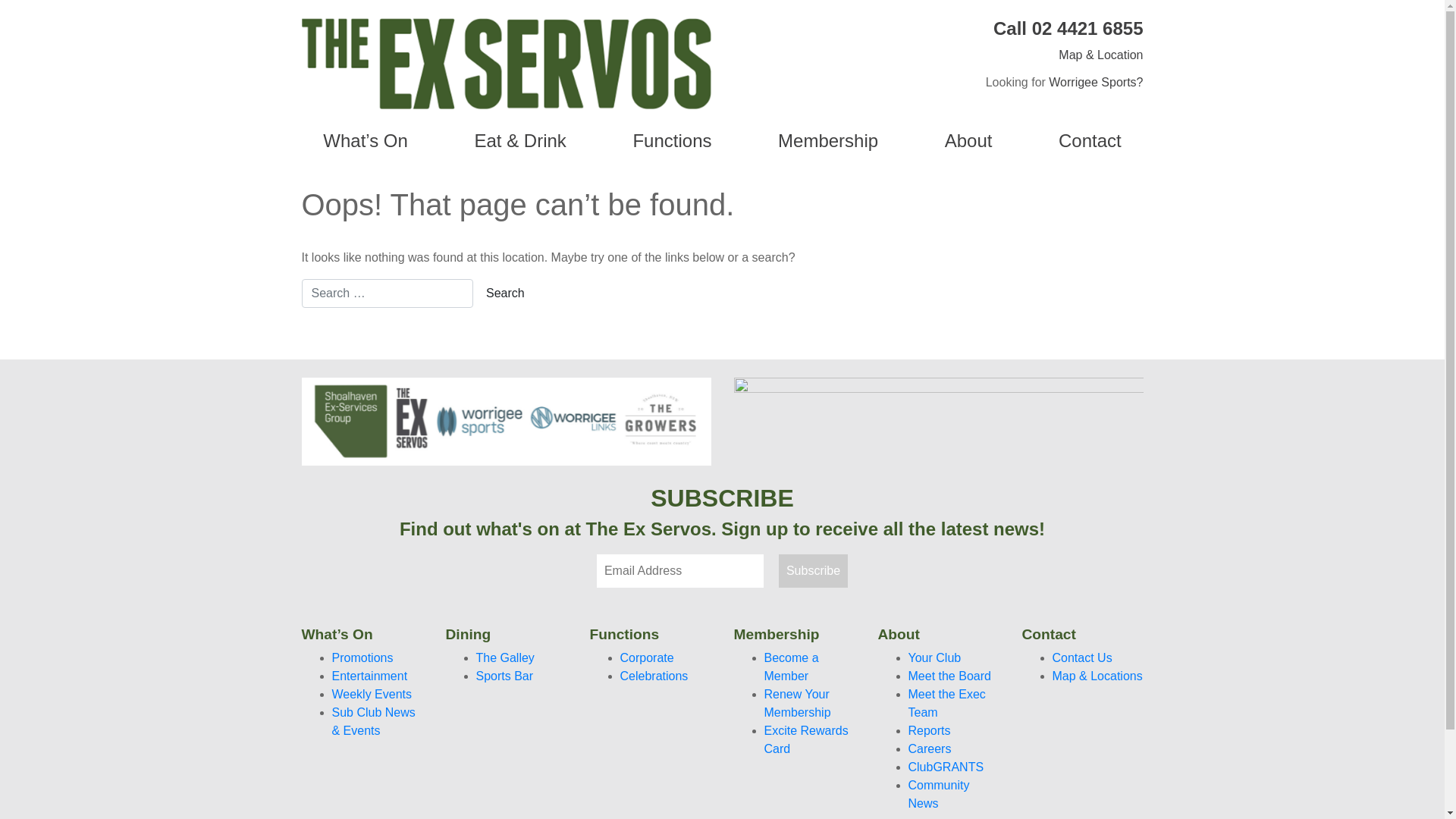  I want to click on 'Community News', so click(938, 793).